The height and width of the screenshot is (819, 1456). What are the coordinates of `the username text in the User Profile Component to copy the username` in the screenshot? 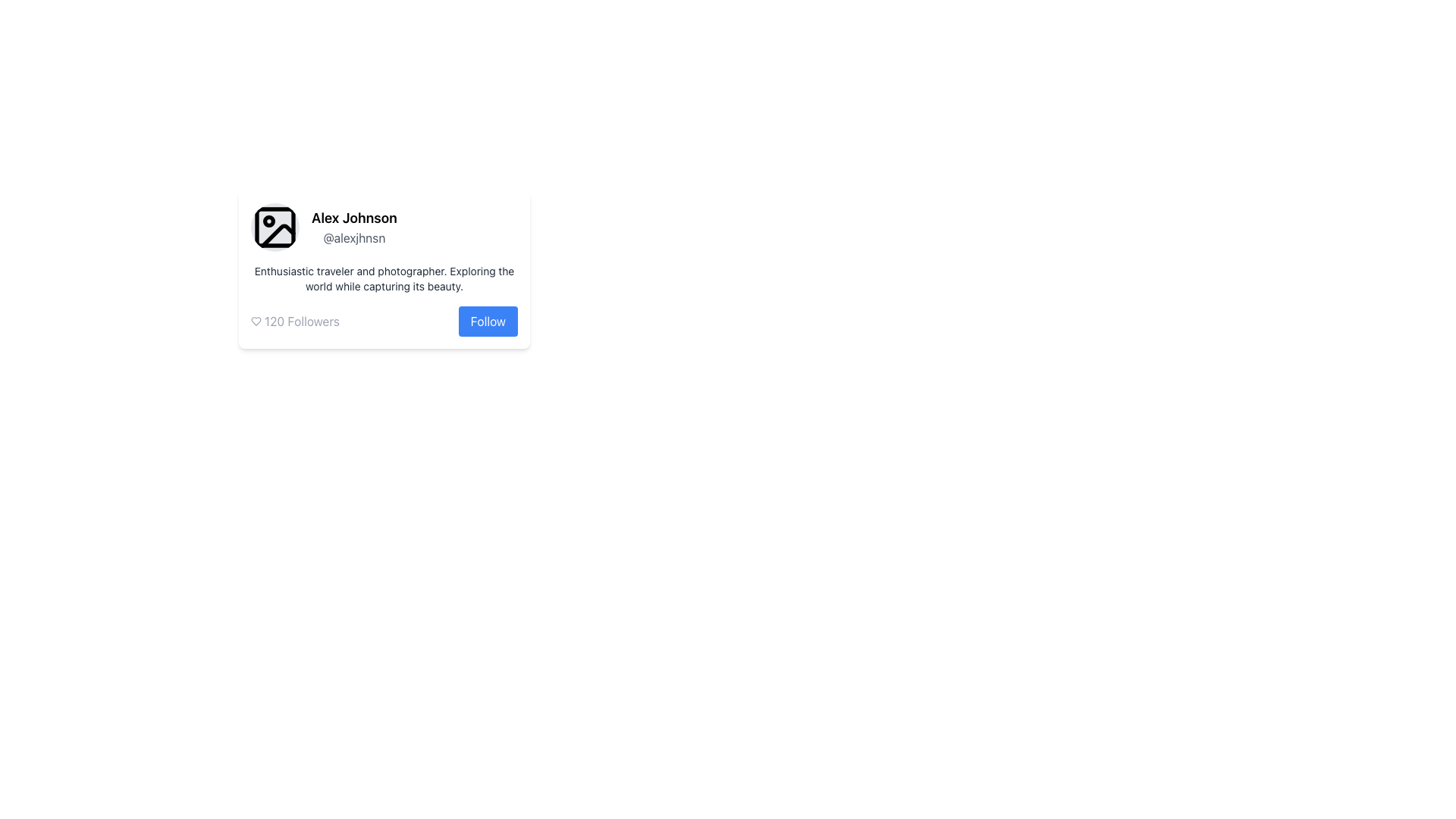 It's located at (384, 227).